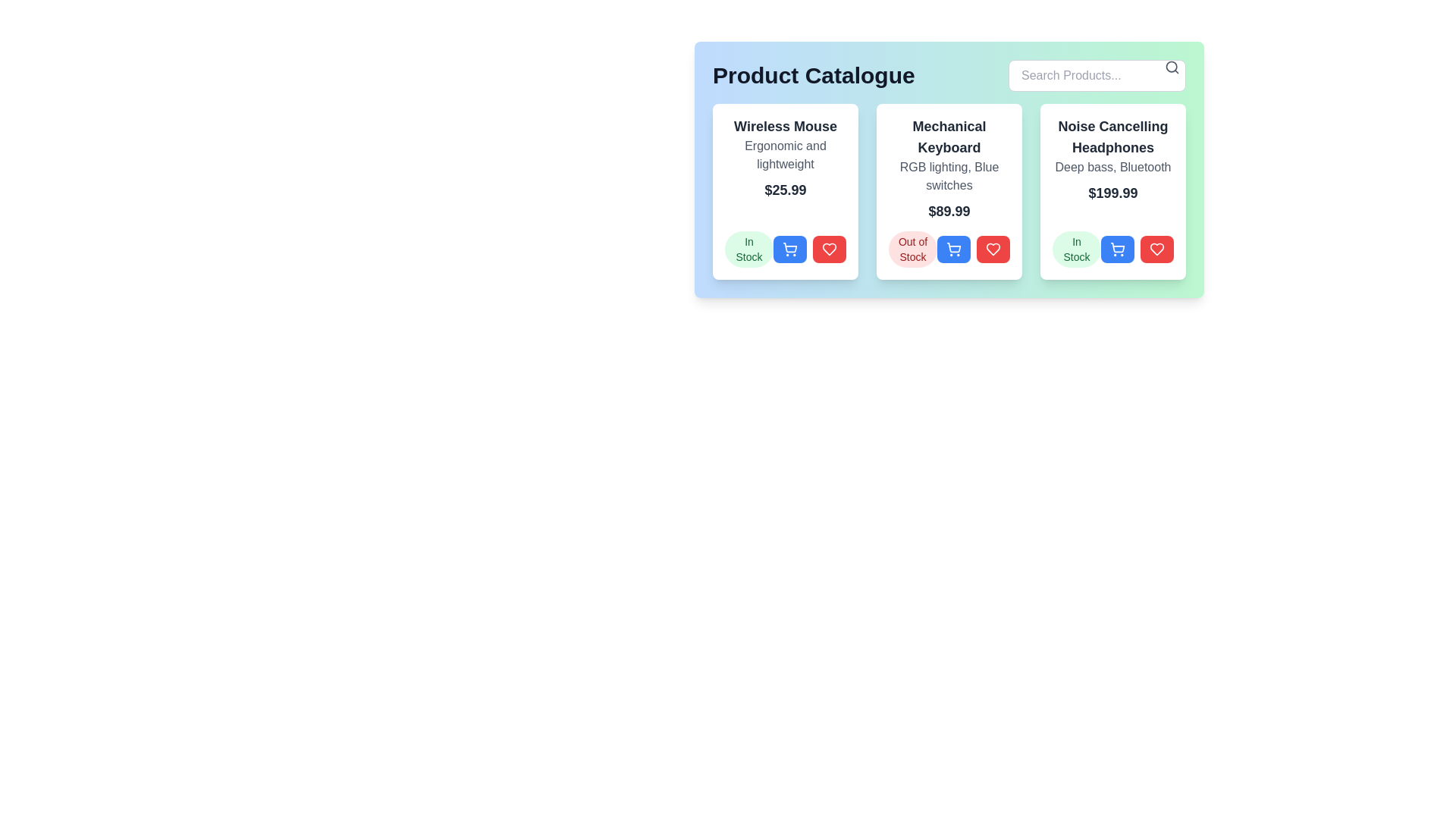  What do you see at coordinates (1156, 248) in the screenshot?
I see `the 'favorite' toggle button located in the bottom right of the third product card for 'Noise Cancelling Headphones' to mark it as favorite or unfavorite` at bounding box center [1156, 248].